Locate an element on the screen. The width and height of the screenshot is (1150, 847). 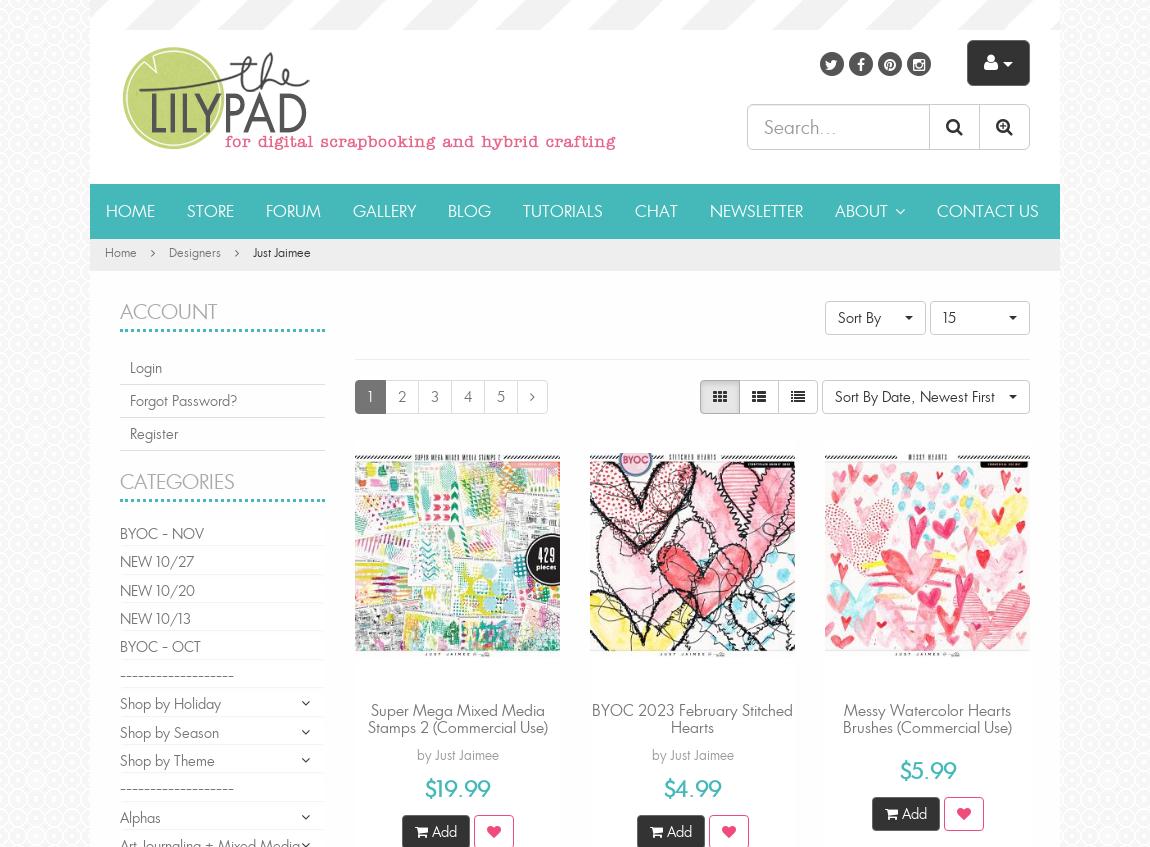
'Categories' is located at coordinates (176, 480).